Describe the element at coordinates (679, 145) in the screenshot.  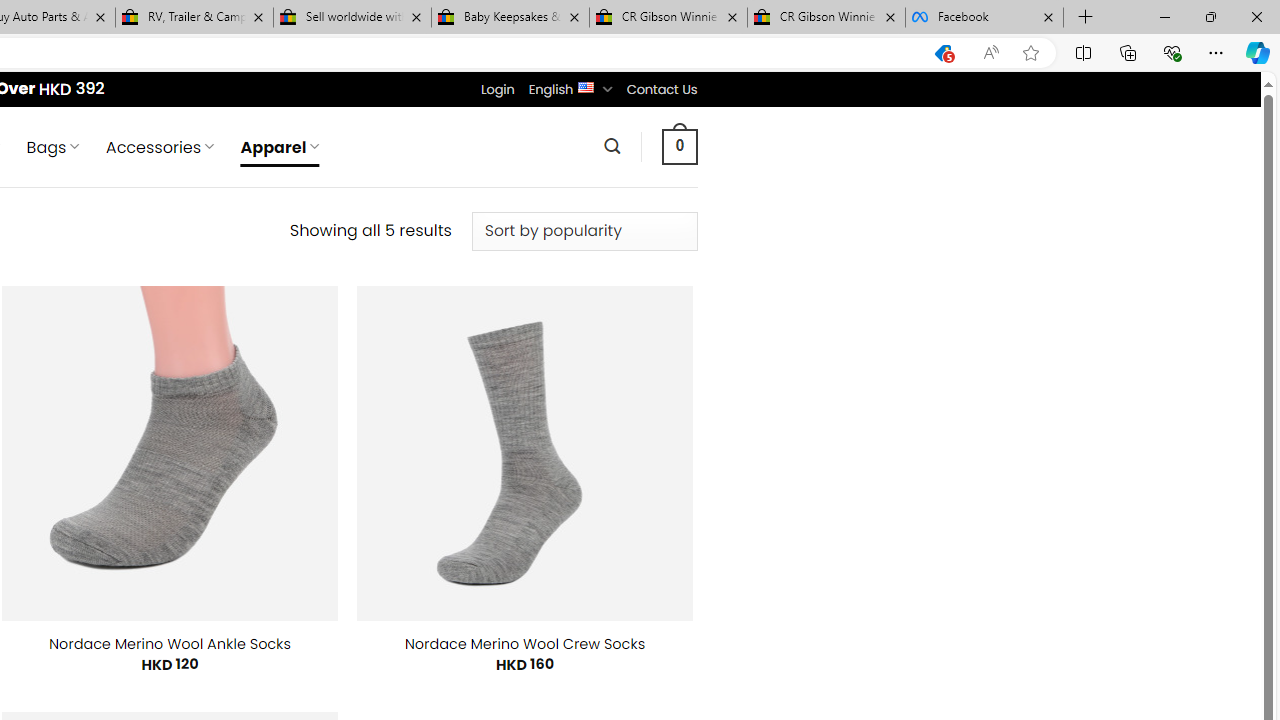
I see `'  0  '` at that location.